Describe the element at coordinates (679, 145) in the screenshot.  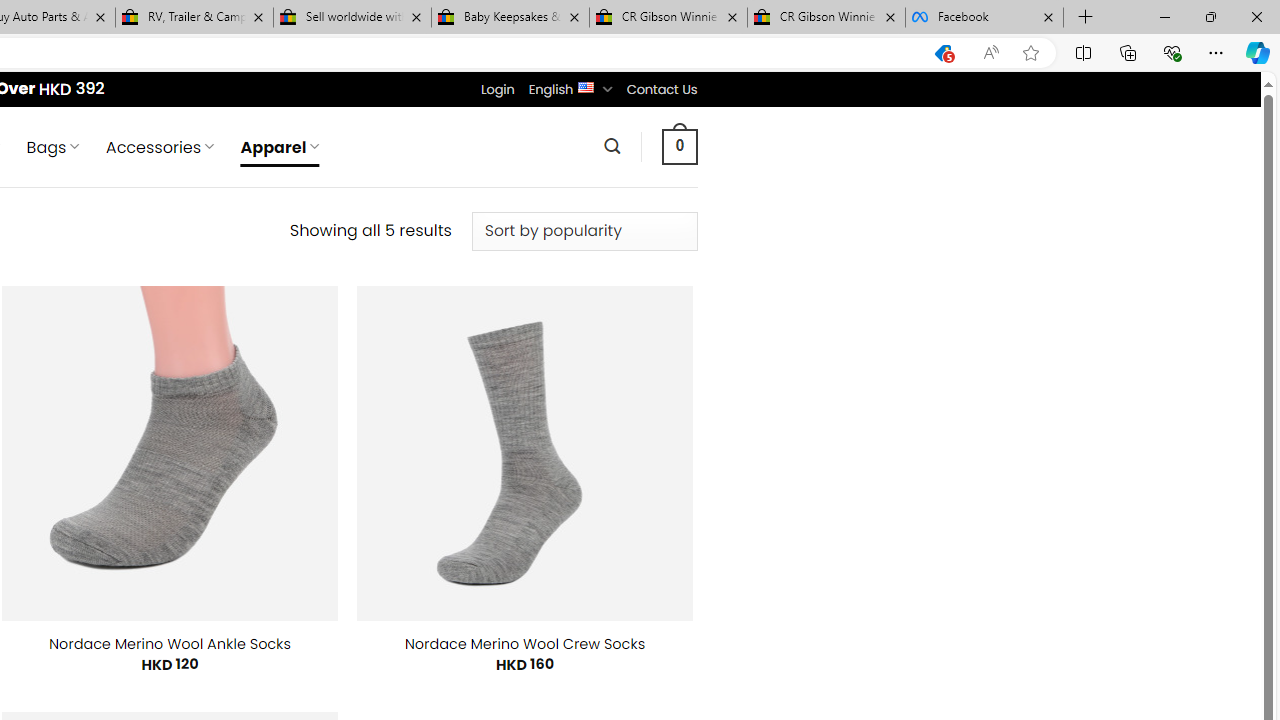
I see `'  0  '` at that location.